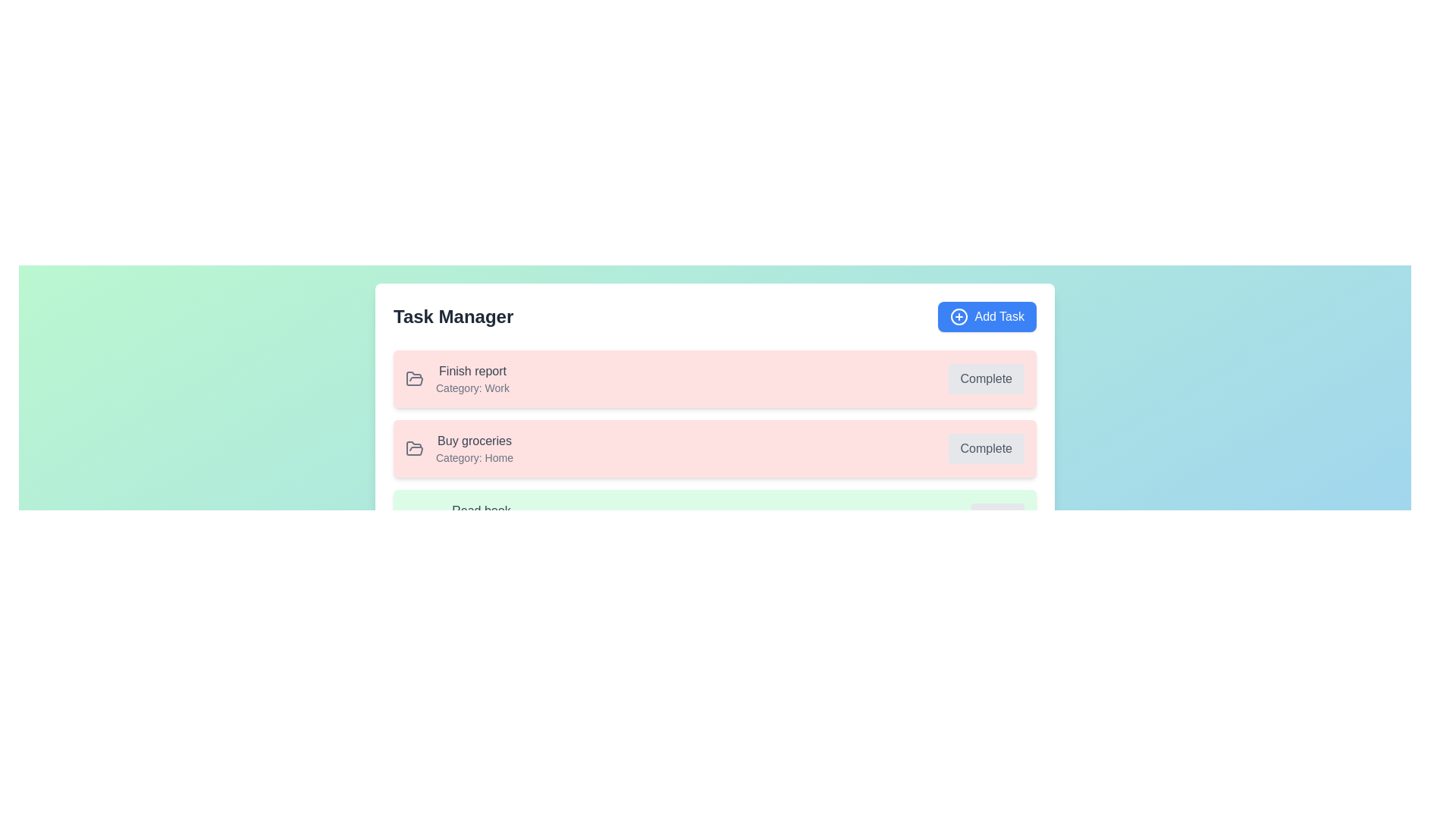 The image size is (1456, 819). What do you see at coordinates (473, 457) in the screenshot?
I see `the text label that categorizes the task 'Buy groceries' as belonging to the 'Home' category` at bounding box center [473, 457].